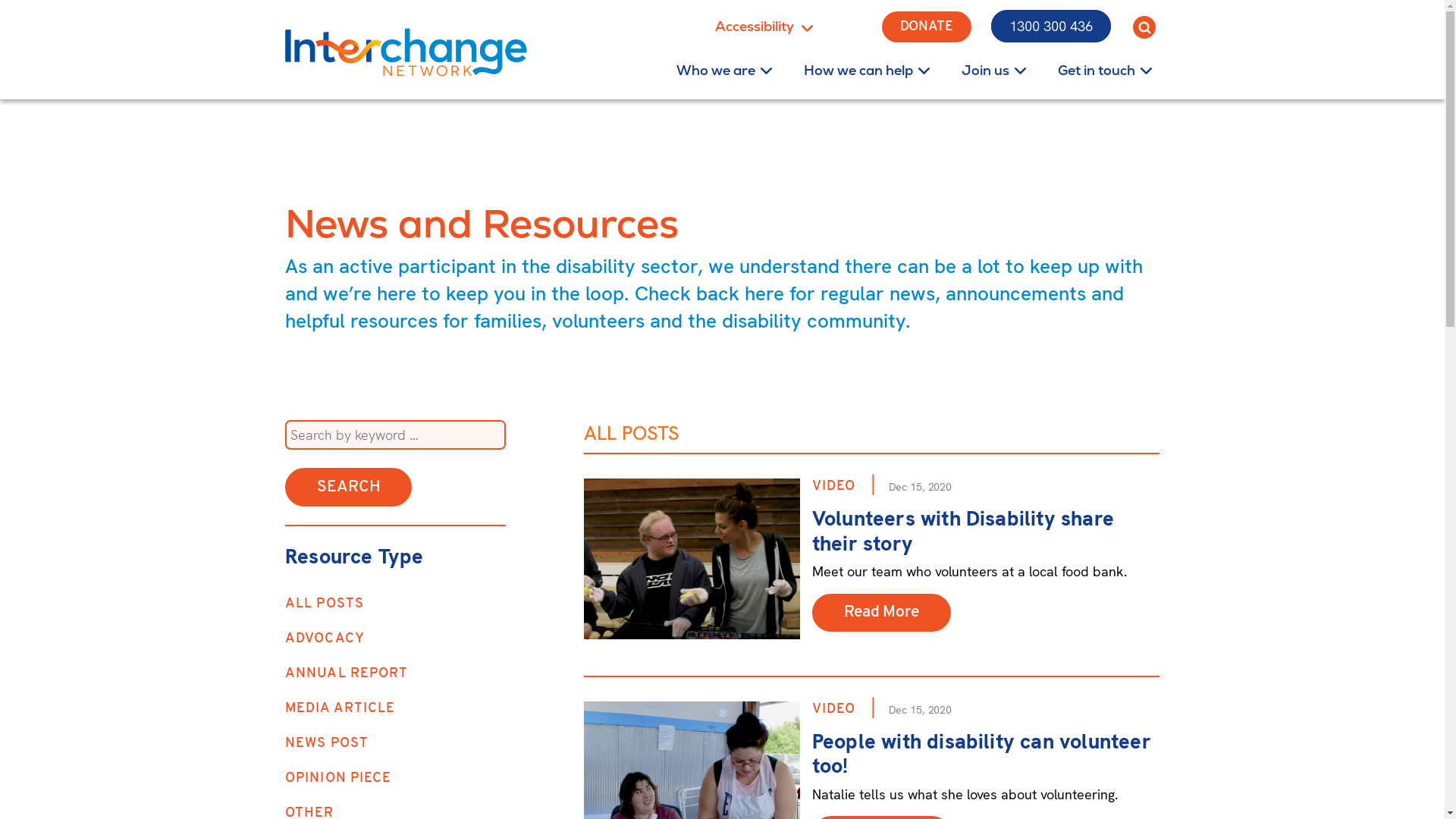 The width and height of the screenshot is (1456, 819). Describe the element at coordinates (337, 778) in the screenshot. I see `'OPINION PIECE'` at that location.